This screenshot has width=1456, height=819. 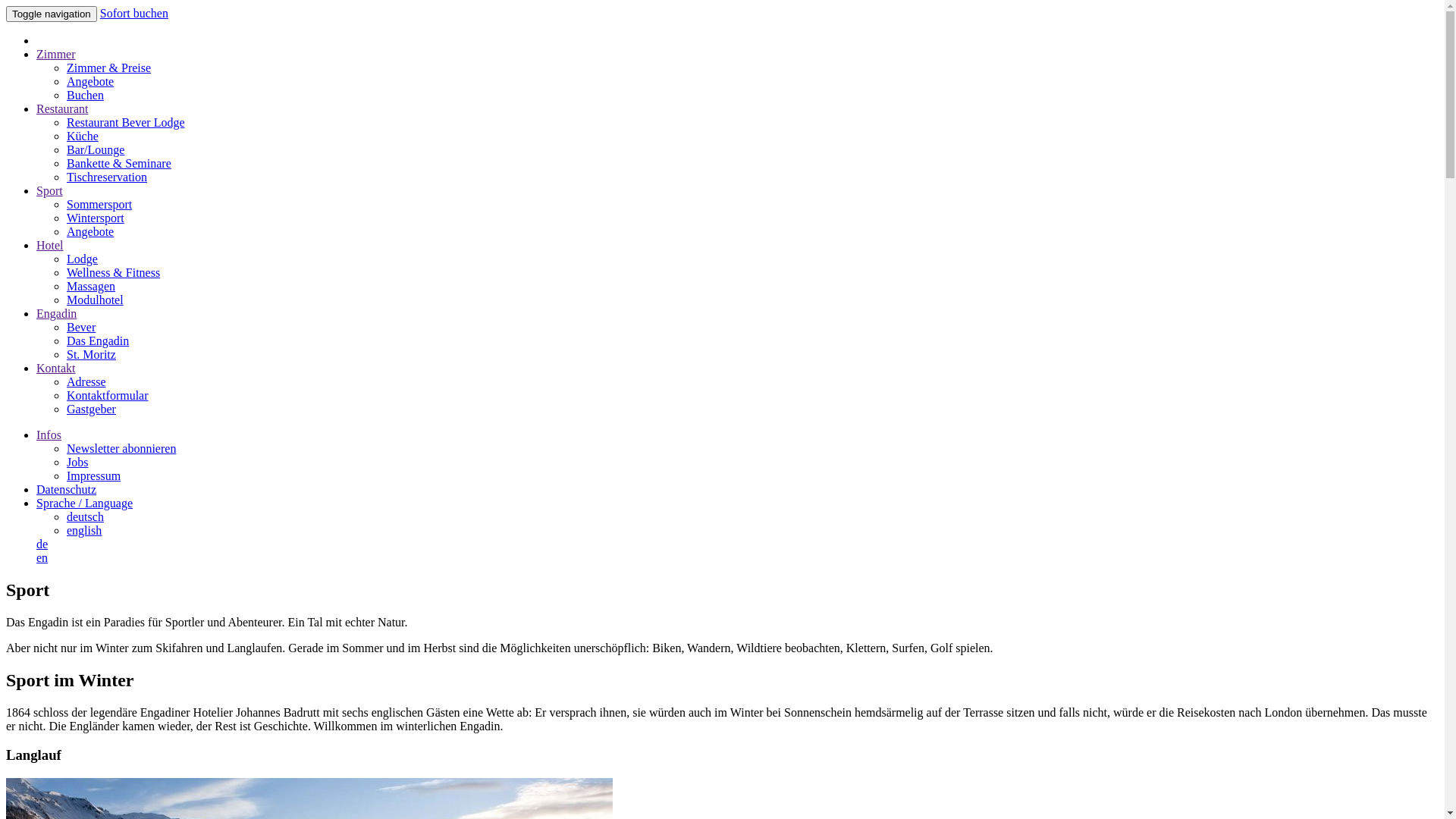 I want to click on 'en', so click(x=42, y=557).